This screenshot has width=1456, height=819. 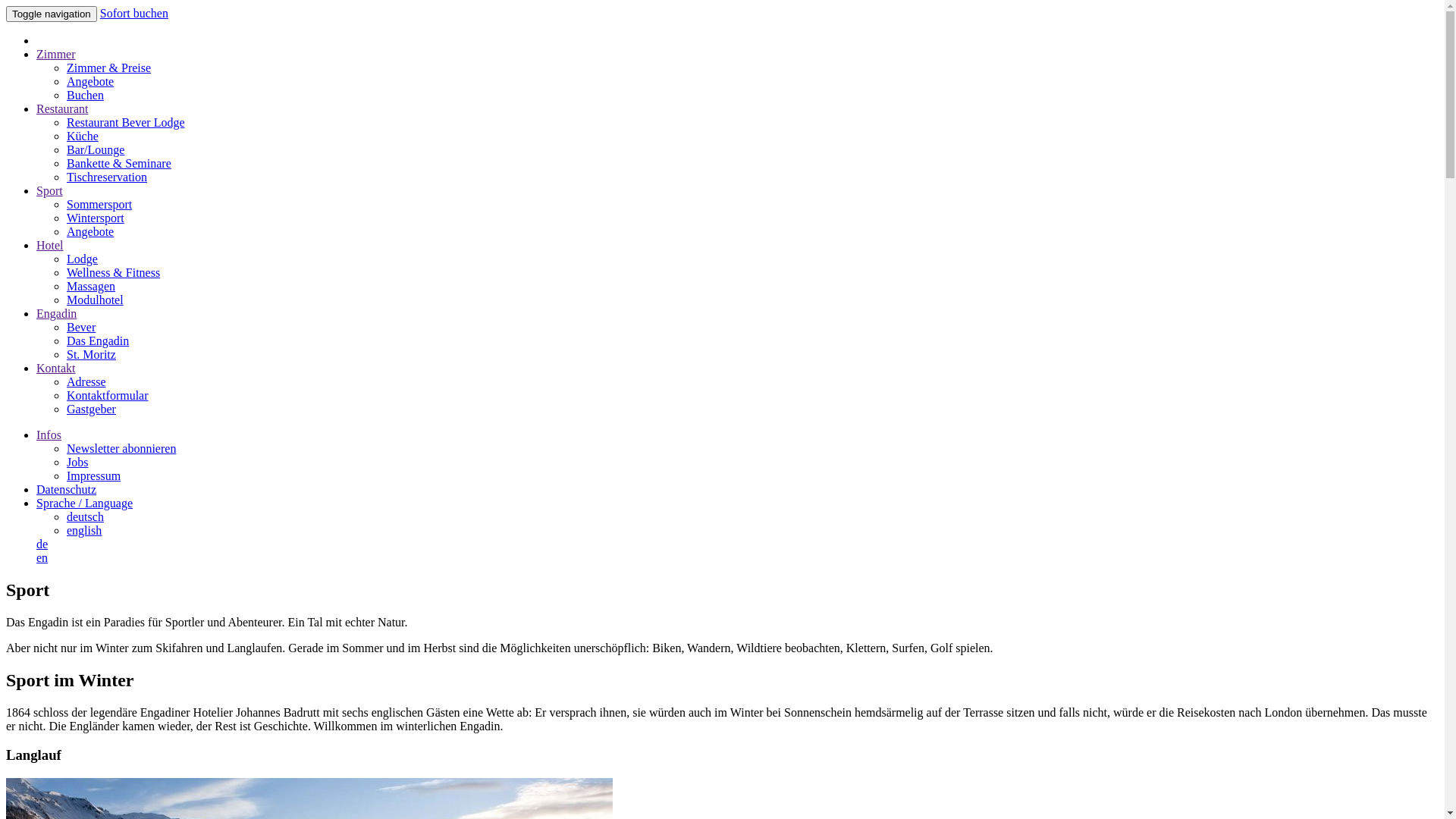 I want to click on 'en', so click(x=42, y=557).